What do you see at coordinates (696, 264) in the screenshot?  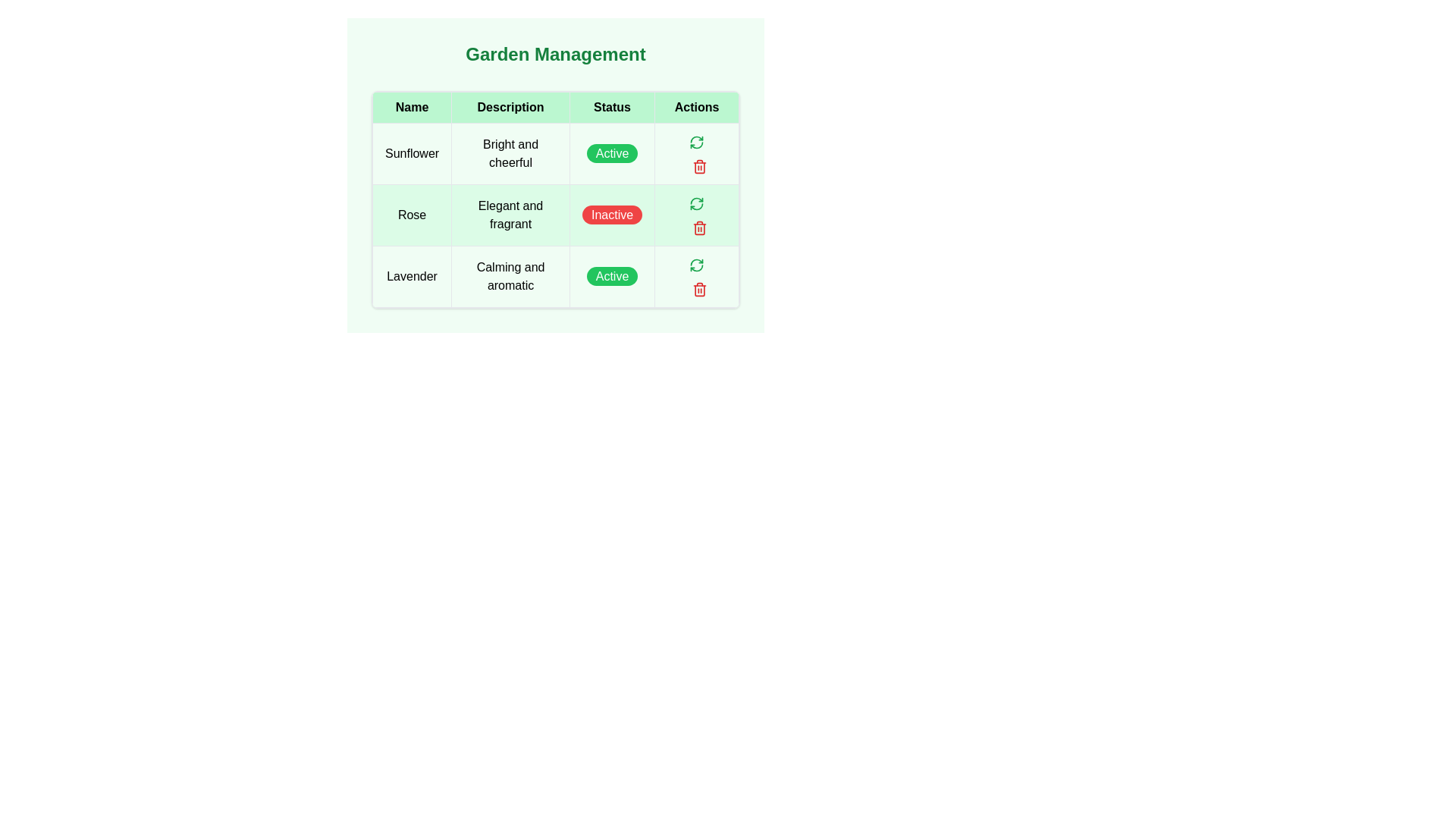 I see `the circular refresh icon with two arrows, located in the Actions column of the second row corresponding to the item 'Rose'` at bounding box center [696, 264].